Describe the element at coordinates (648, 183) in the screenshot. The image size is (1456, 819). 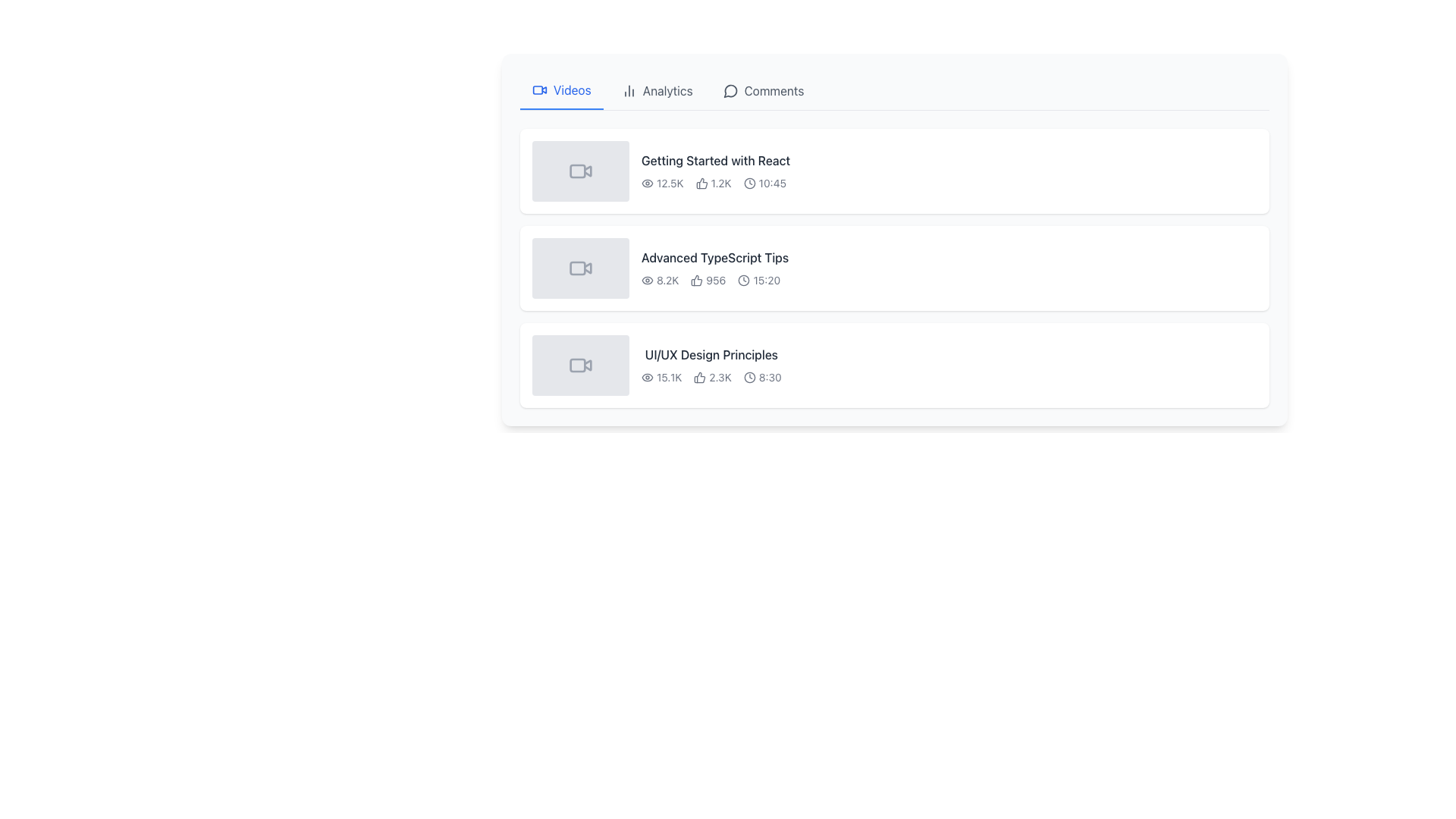
I see `the views icon located to the left of the '12.5K' text in the first video entry titled 'Getting Started with React'` at that location.